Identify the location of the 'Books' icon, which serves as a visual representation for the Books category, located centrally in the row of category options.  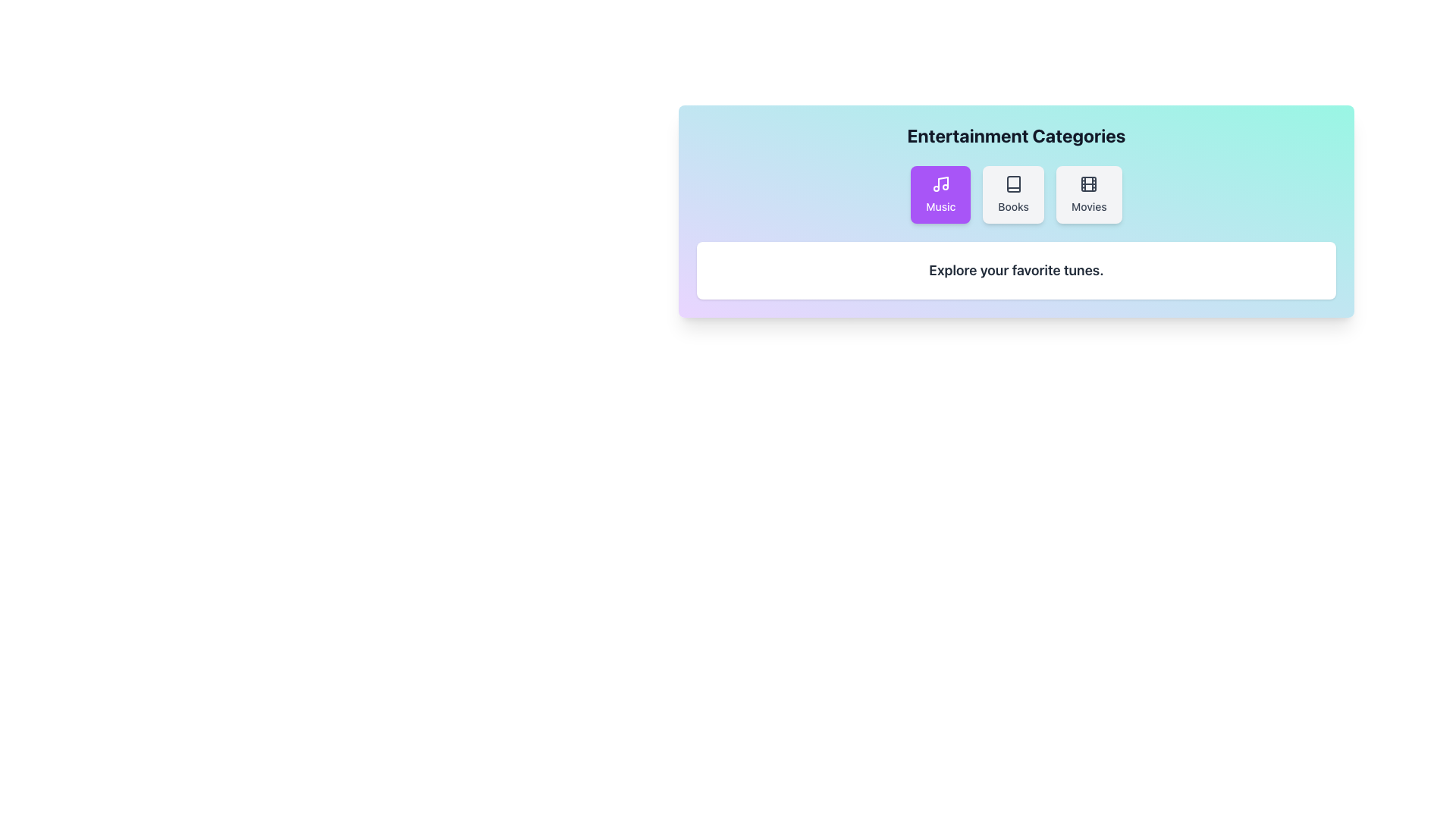
(1013, 184).